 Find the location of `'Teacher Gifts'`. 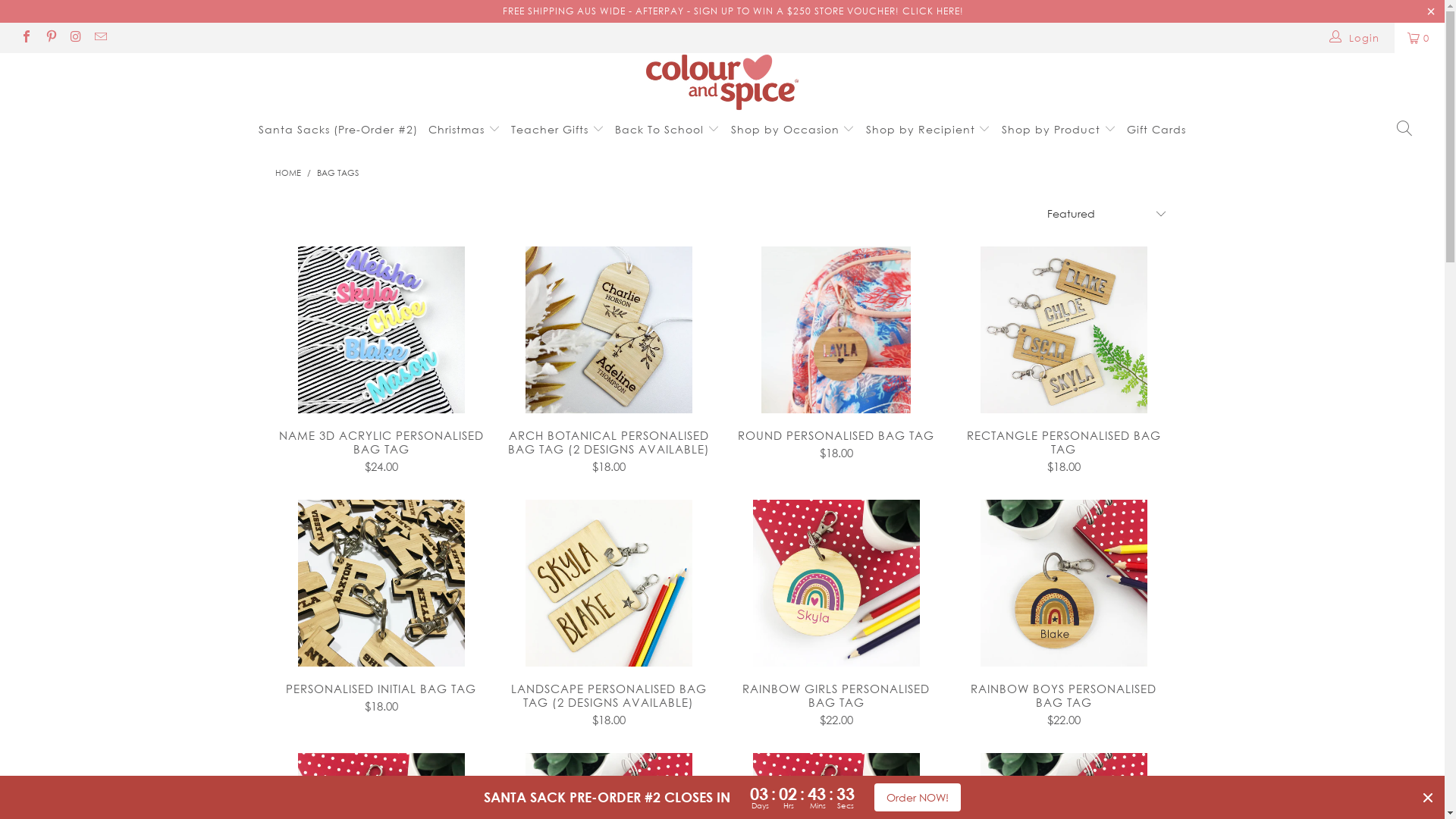

'Teacher Gifts' is located at coordinates (557, 127).